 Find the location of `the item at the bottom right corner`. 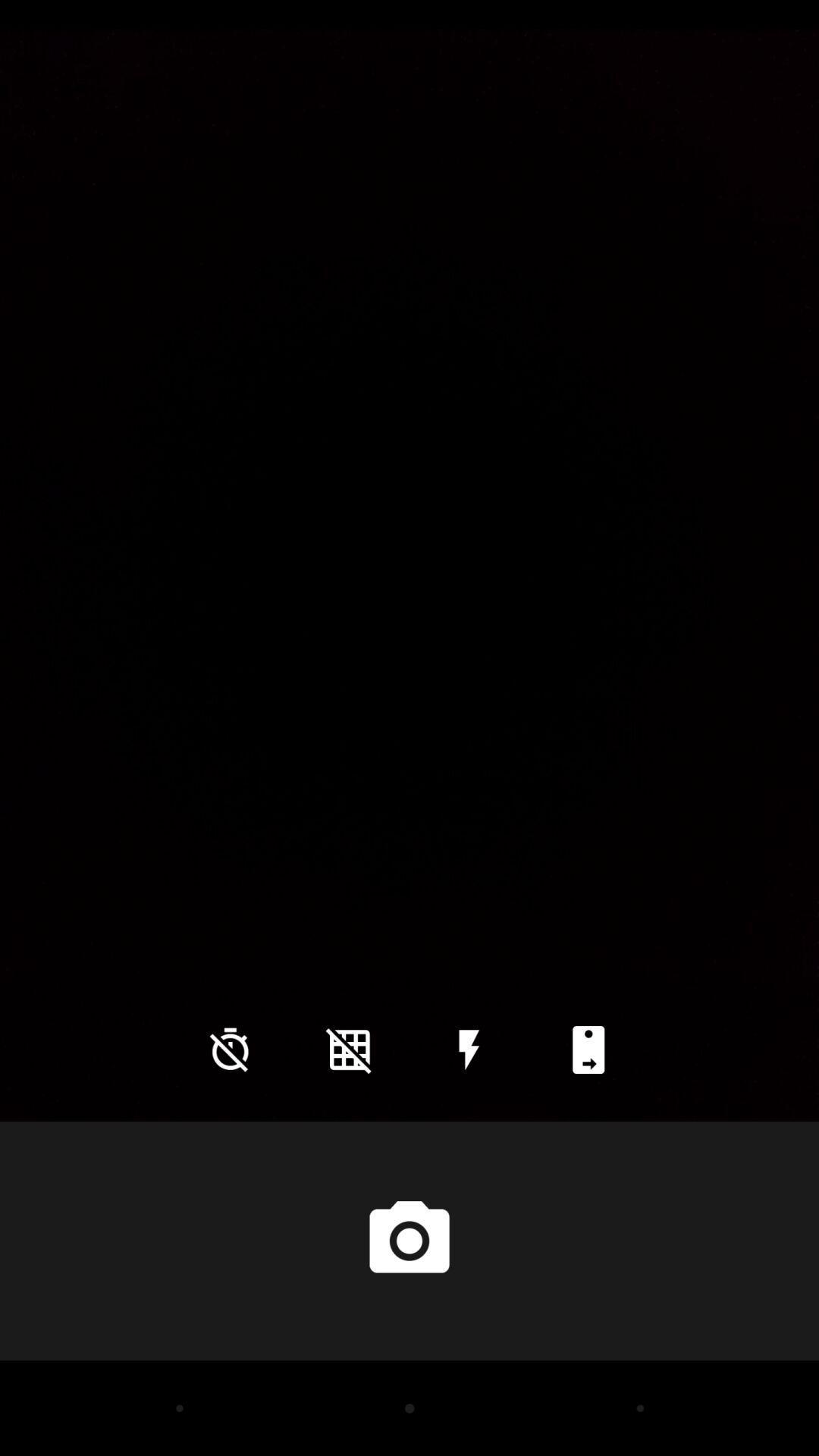

the item at the bottom right corner is located at coordinates (588, 1049).